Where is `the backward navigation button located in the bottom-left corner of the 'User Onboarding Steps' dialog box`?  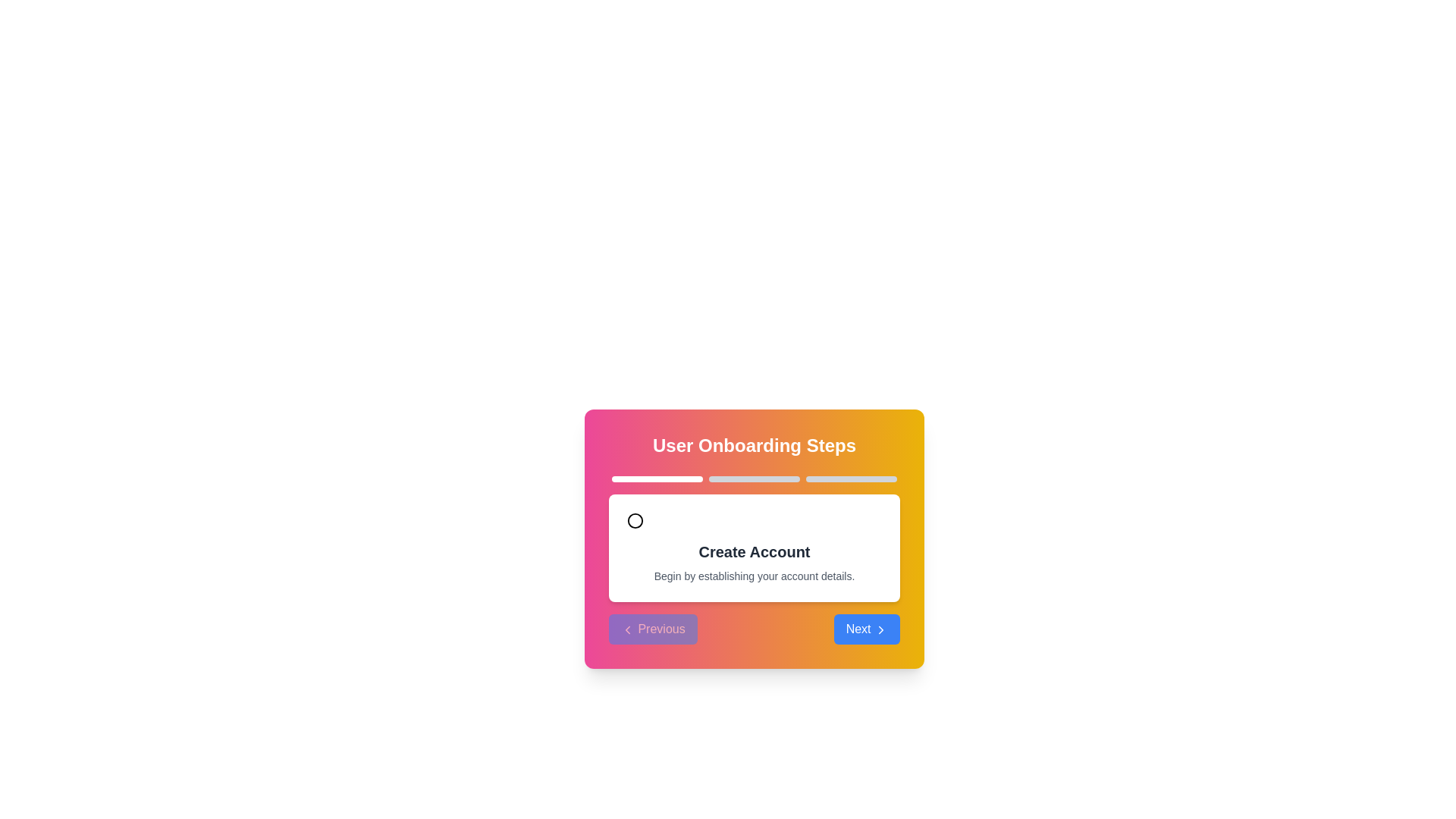
the backward navigation button located in the bottom-left corner of the 'User Onboarding Steps' dialog box is located at coordinates (653, 629).